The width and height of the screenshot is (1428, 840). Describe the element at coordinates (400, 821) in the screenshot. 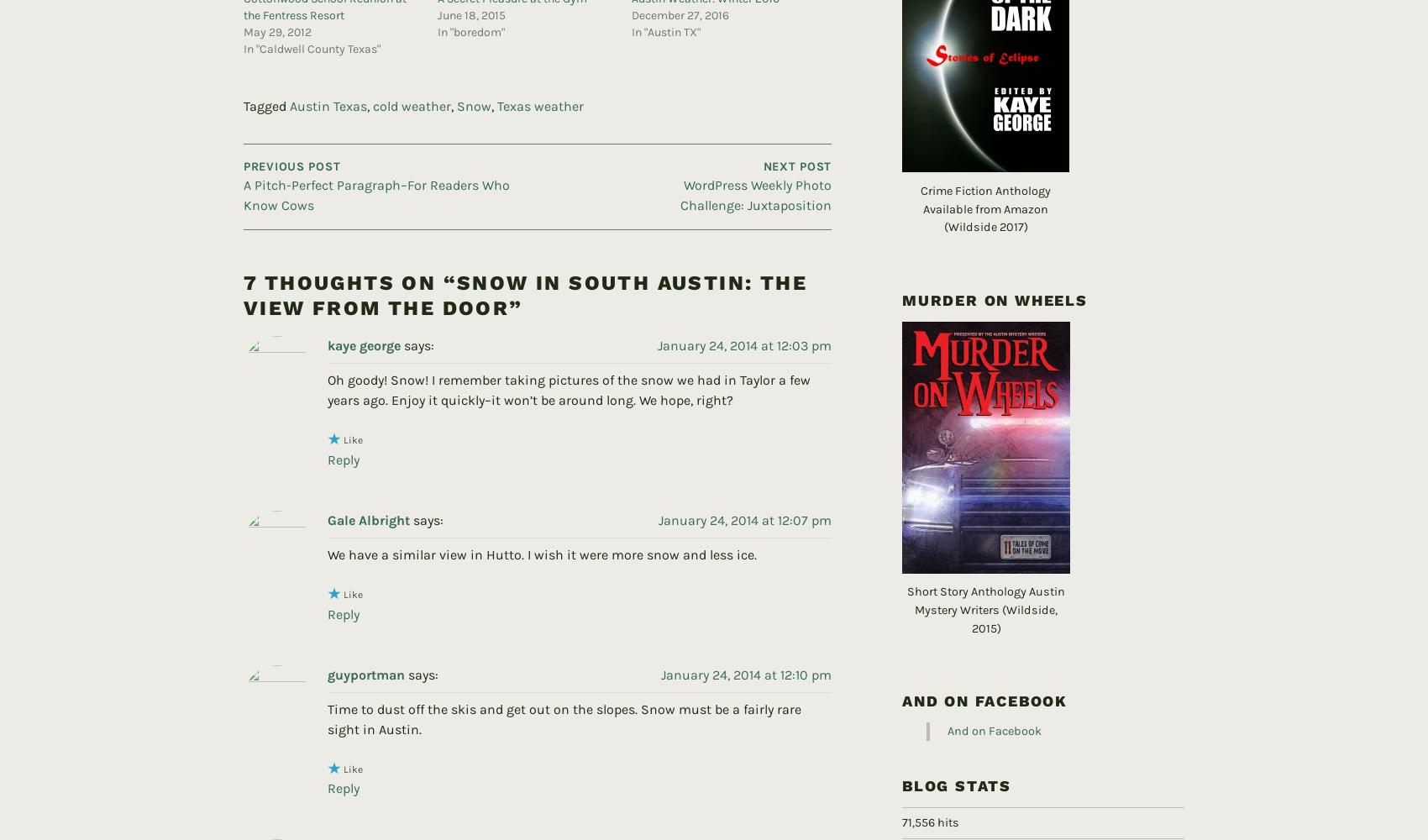

I see `'Marilyn Hudson Tucker'` at that location.